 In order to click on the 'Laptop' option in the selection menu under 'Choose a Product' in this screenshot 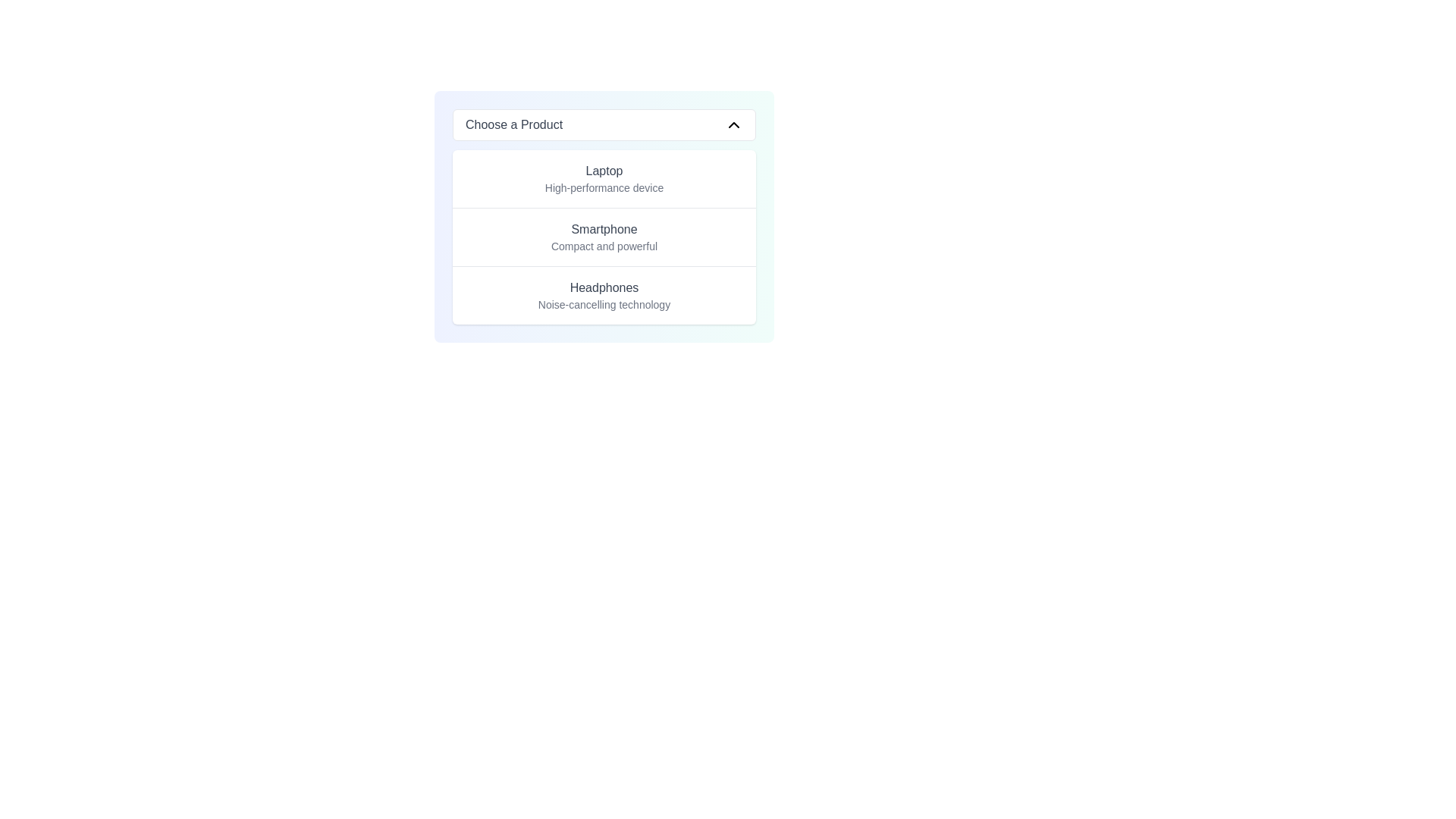, I will do `click(603, 171)`.